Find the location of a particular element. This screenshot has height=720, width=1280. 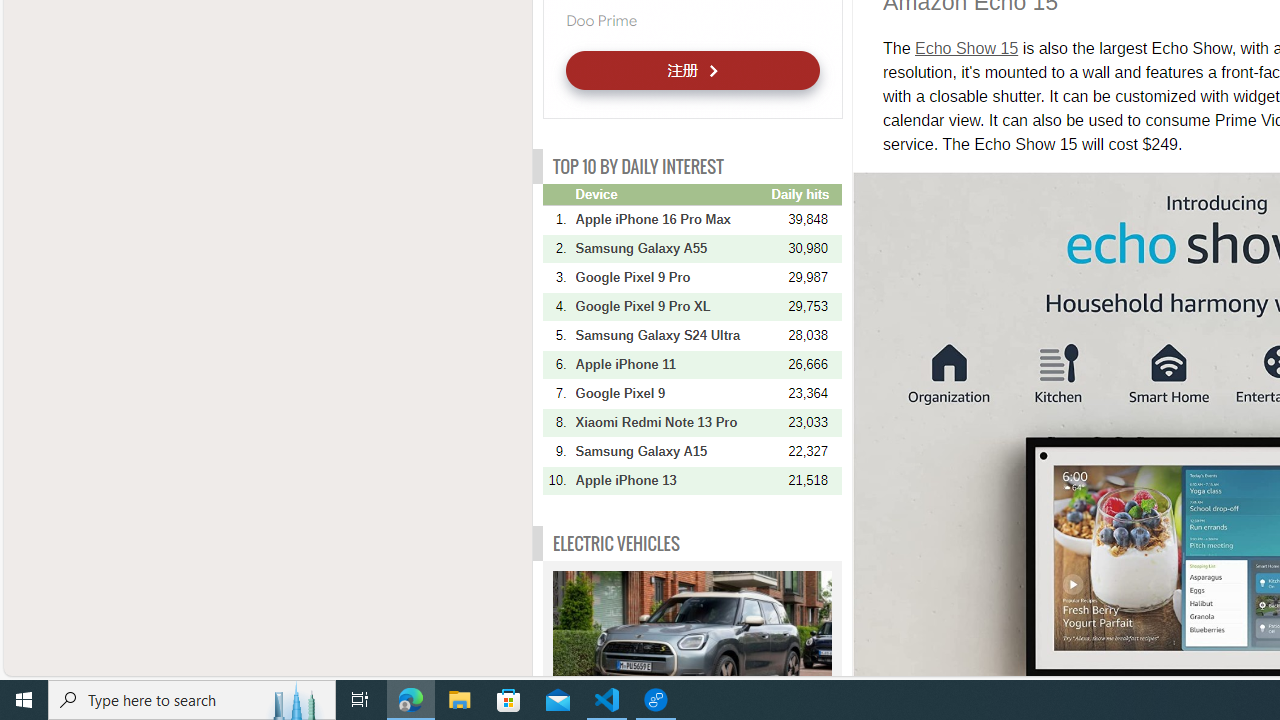

'Google Pixel 9' is located at coordinates (671, 393).